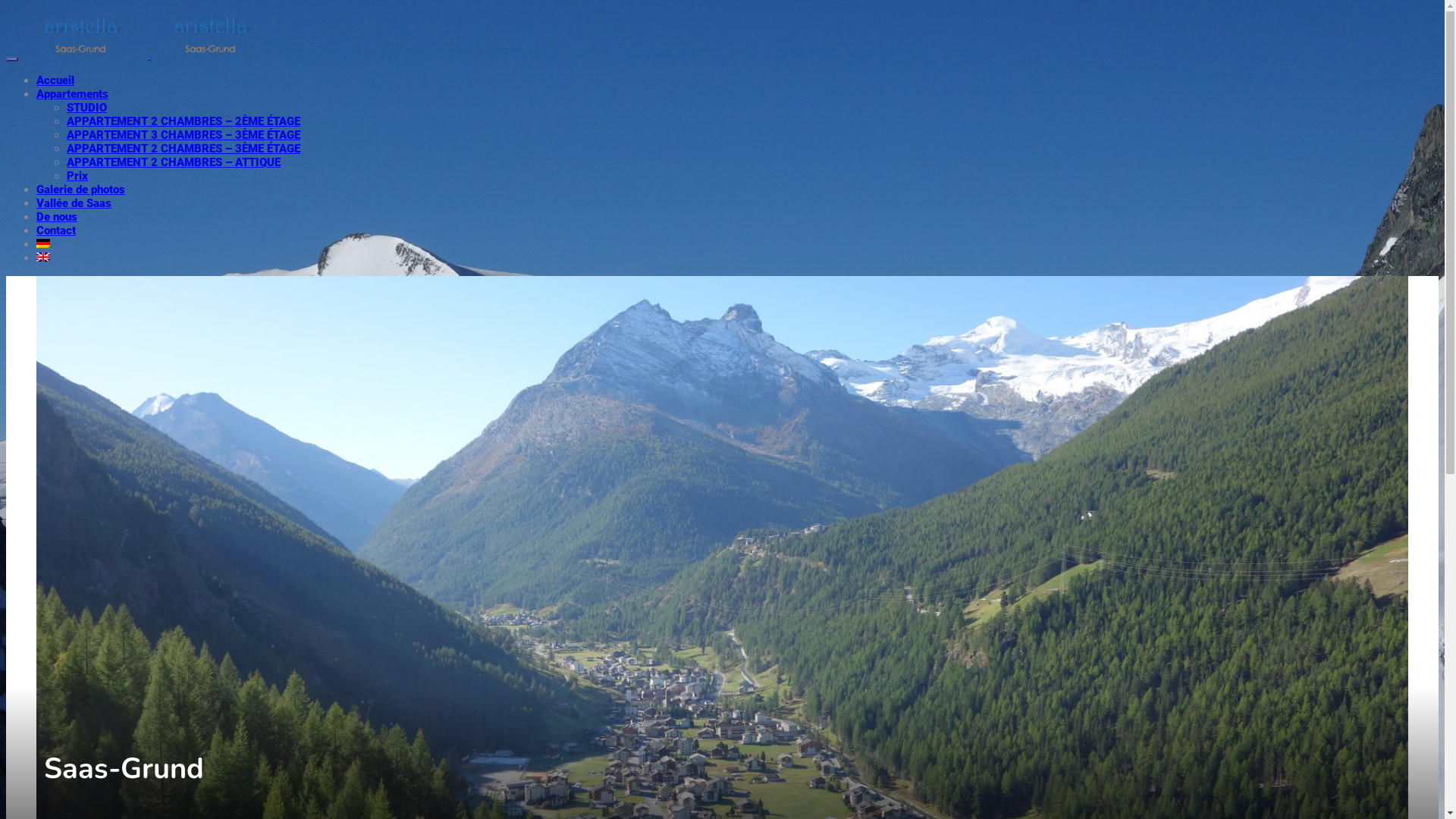  Describe the element at coordinates (36, 80) in the screenshot. I see `'Accueil'` at that location.